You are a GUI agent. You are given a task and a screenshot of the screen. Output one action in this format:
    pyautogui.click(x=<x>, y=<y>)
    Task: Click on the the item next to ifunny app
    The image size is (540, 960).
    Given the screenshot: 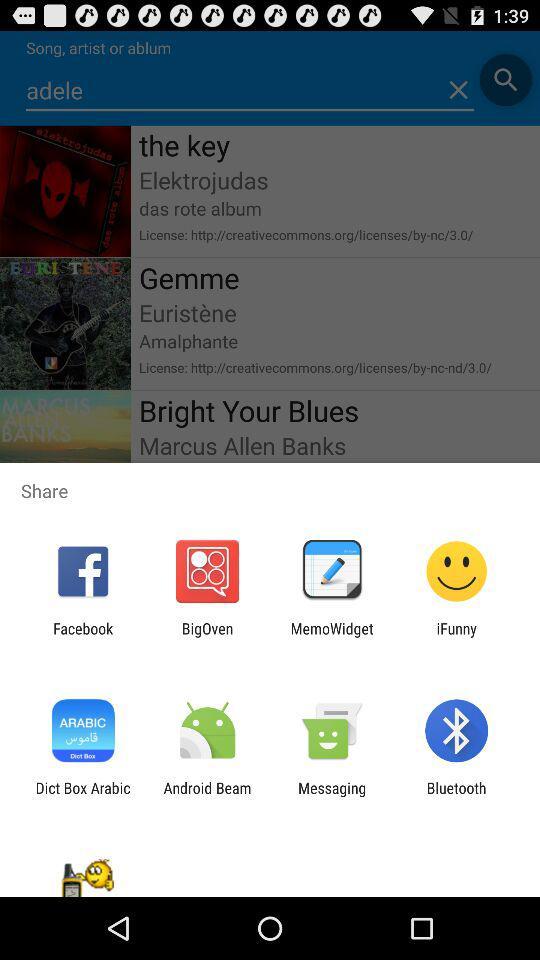 What is the action you would take?
    pyautogui.click(x=332, y=636)
    